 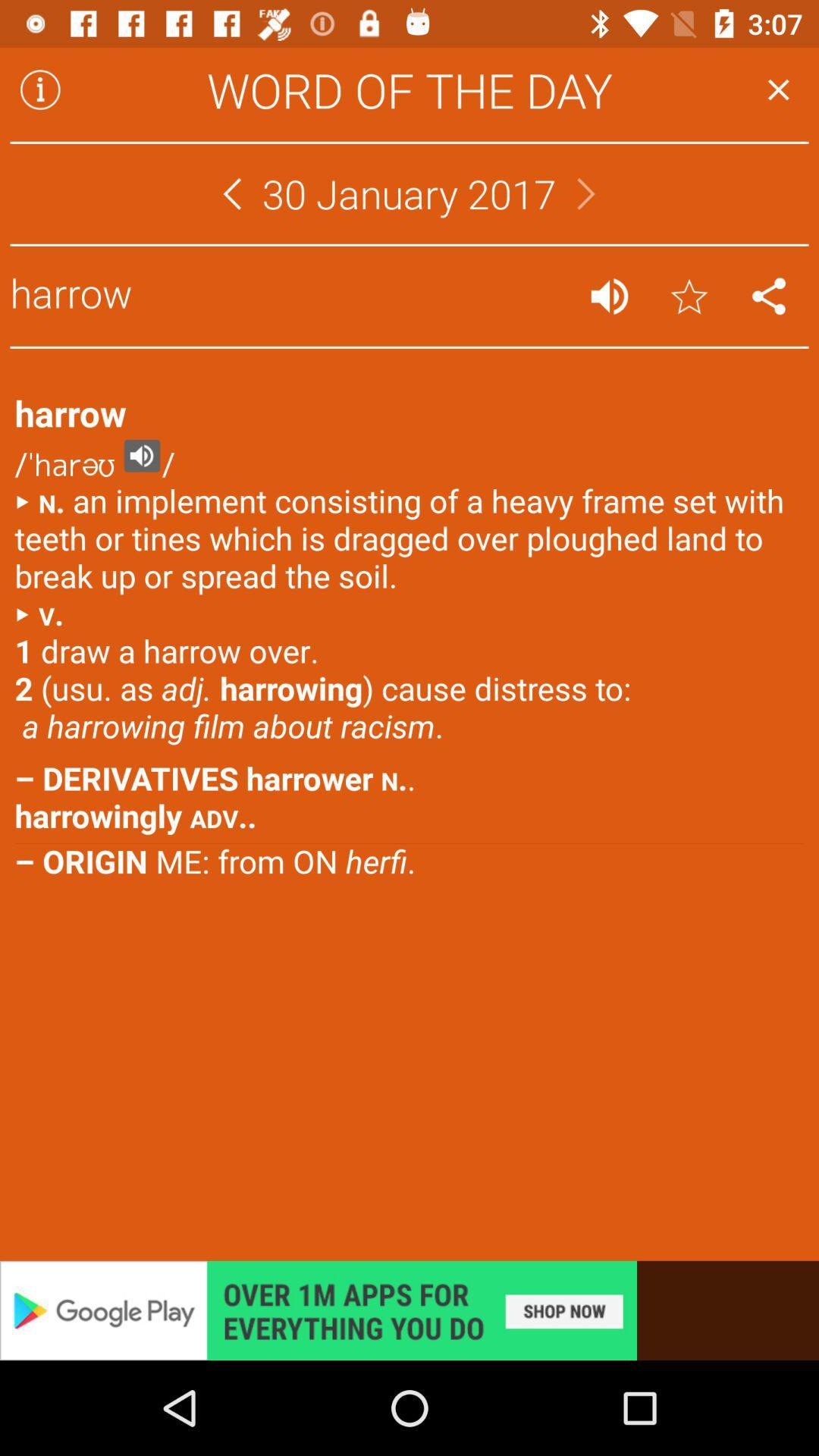 What do you see at coordinates (608, 296) in the screenshot?
I see `sound option` at bounding box center [608, 296].